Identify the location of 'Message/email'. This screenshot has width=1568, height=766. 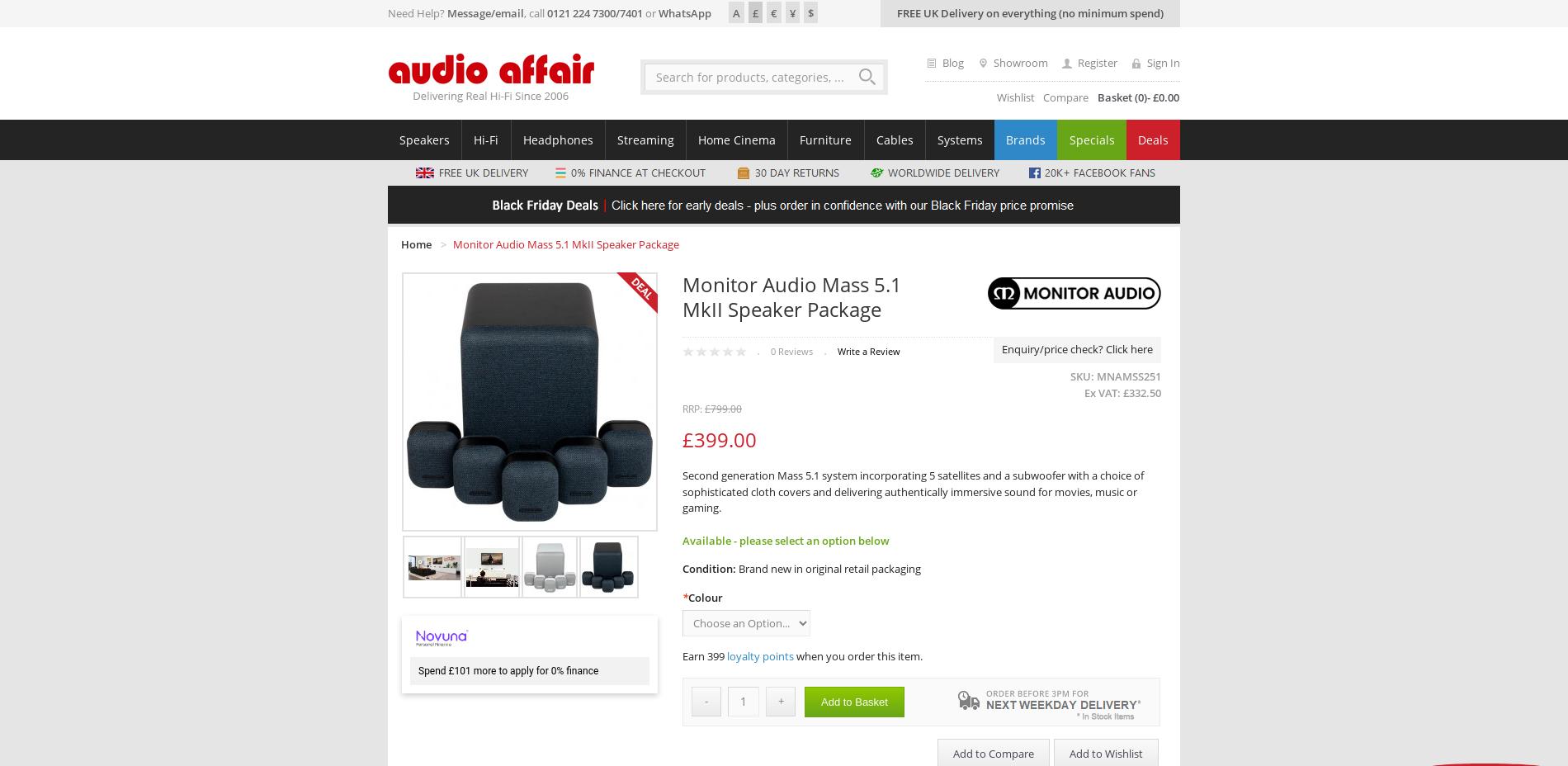
(485, 12).